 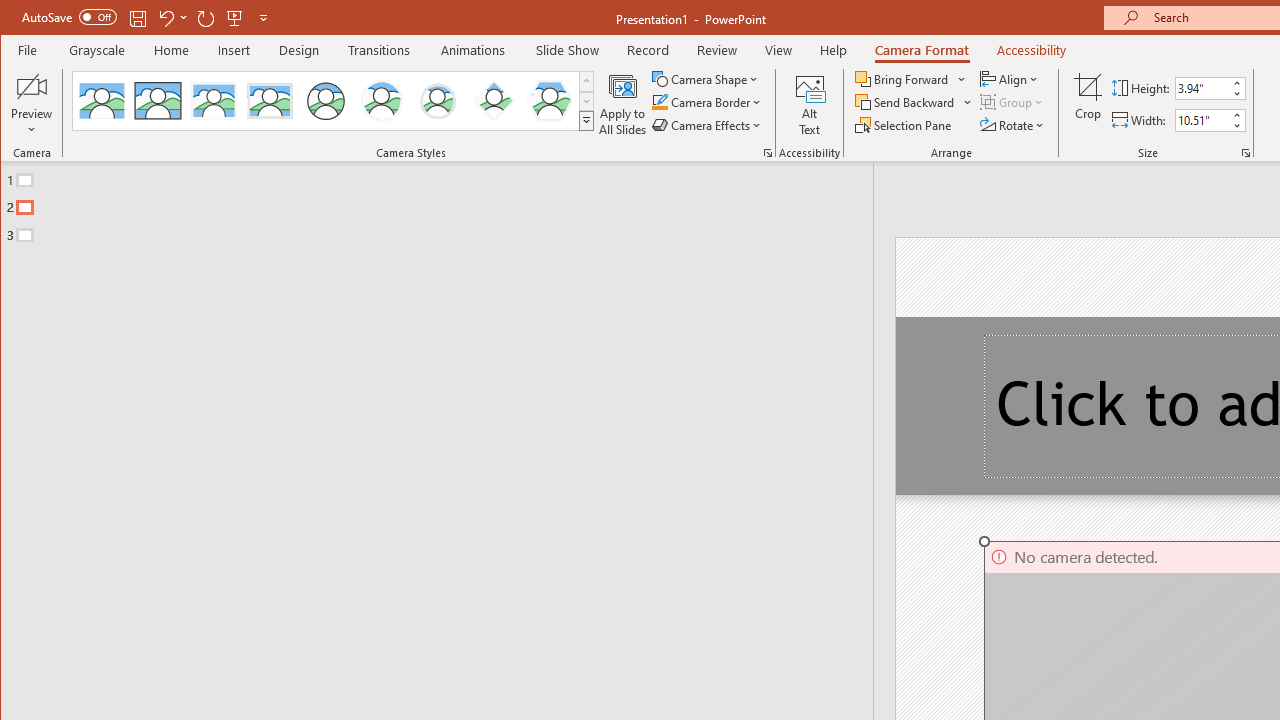 What do you see at coordinates (32, 85) in the screenshot?
I see `'Enable Camera Preview'` at bounding box center [32, 85].